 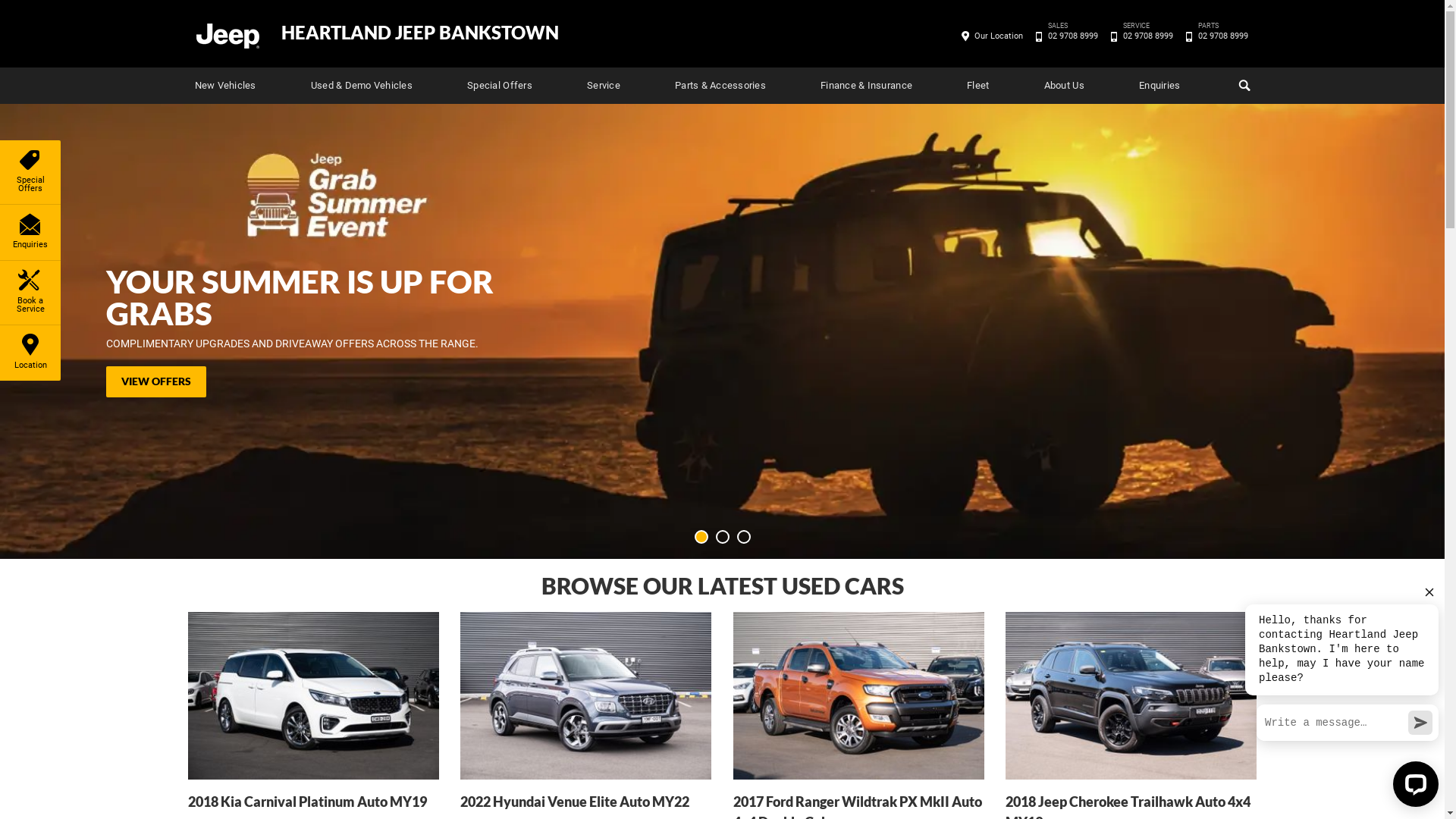 What do you see at coordinates (585, 711) in the screenshot?
I see `'2022 Hyundai Venue Elite Auto MY22'` at bounding box center [585, 711].